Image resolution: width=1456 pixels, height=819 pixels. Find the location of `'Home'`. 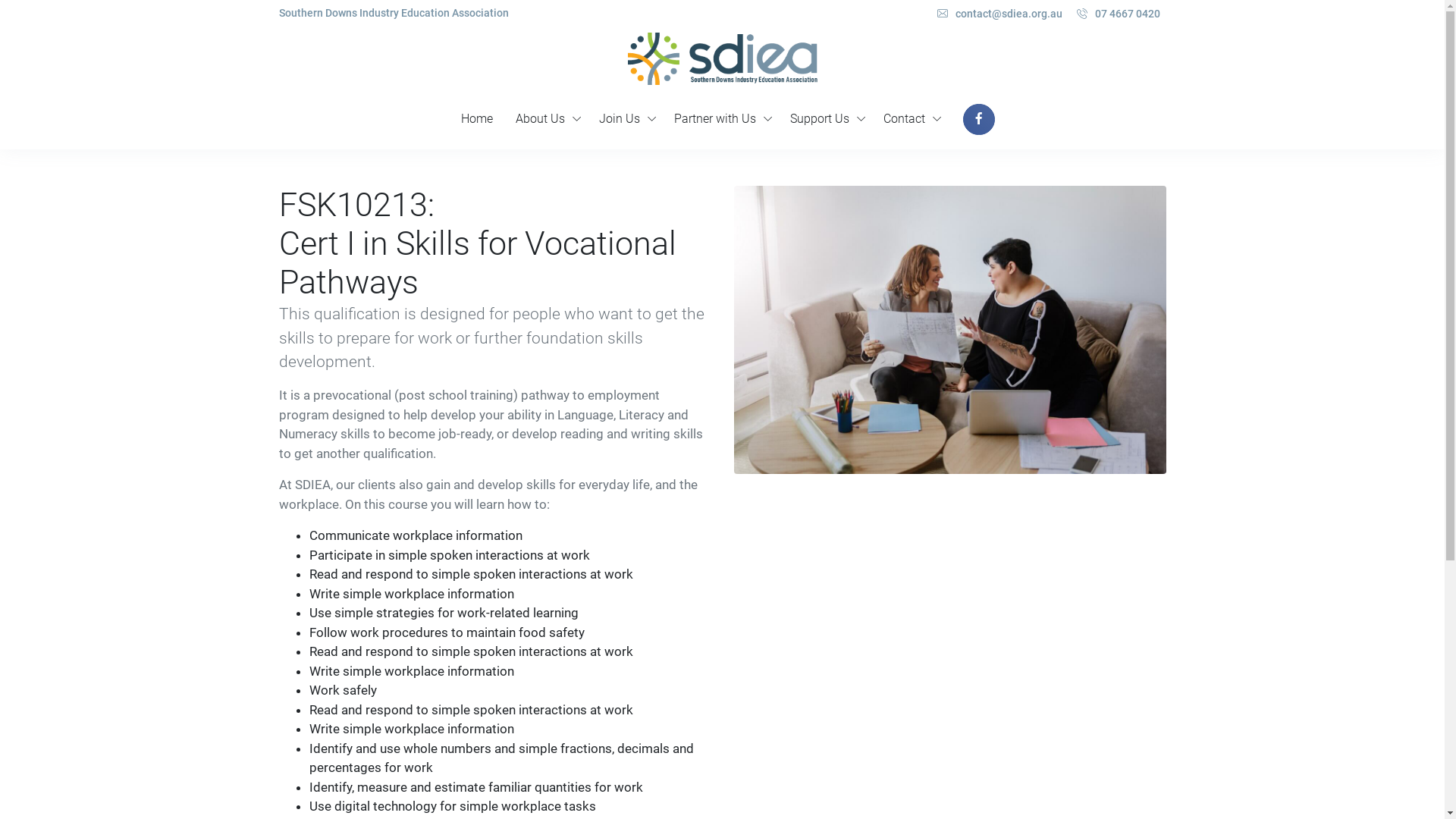

'Home' is located at coordinates (449, 118).